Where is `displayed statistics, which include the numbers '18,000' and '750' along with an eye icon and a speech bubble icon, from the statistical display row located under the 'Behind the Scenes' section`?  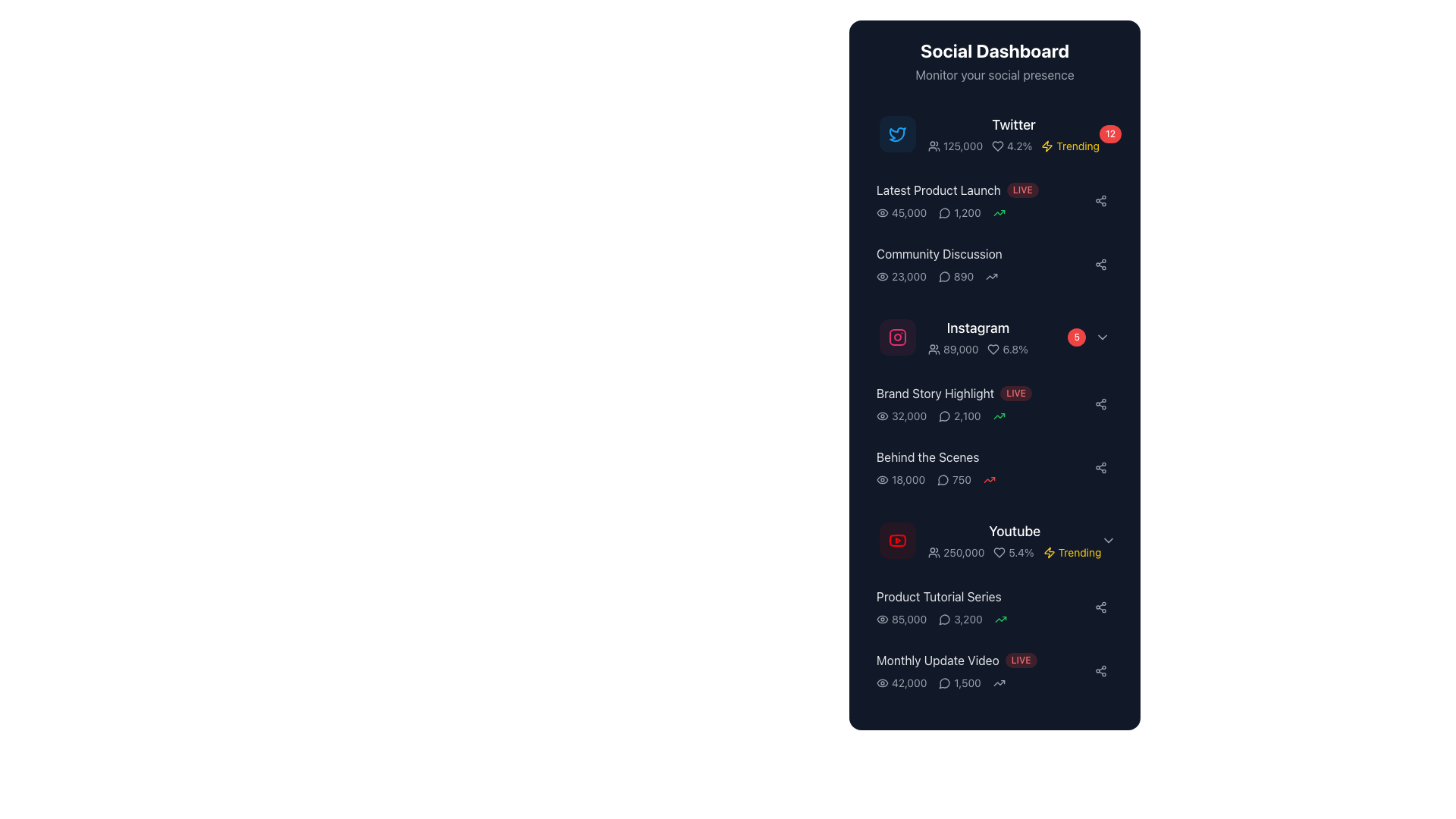 displayed statistics, which include the numbers '18,000' and '750' along with an eye icon and a speech bubble icon, from the statistical display row located under the 'Behind the Scenes' section is located at coordinates (983, 479).